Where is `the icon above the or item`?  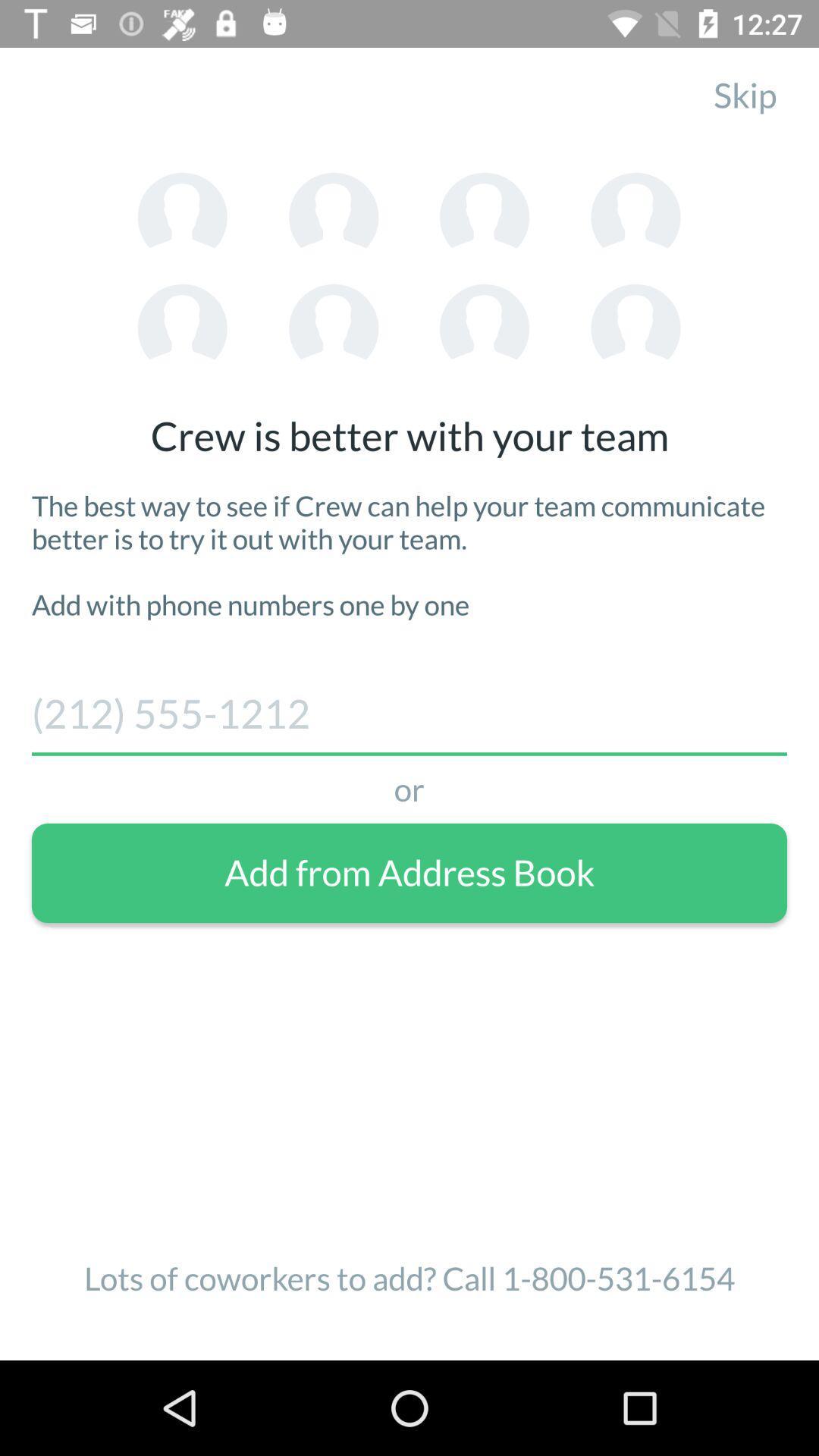
the icon above the or item is located at coordinates (409, 719).